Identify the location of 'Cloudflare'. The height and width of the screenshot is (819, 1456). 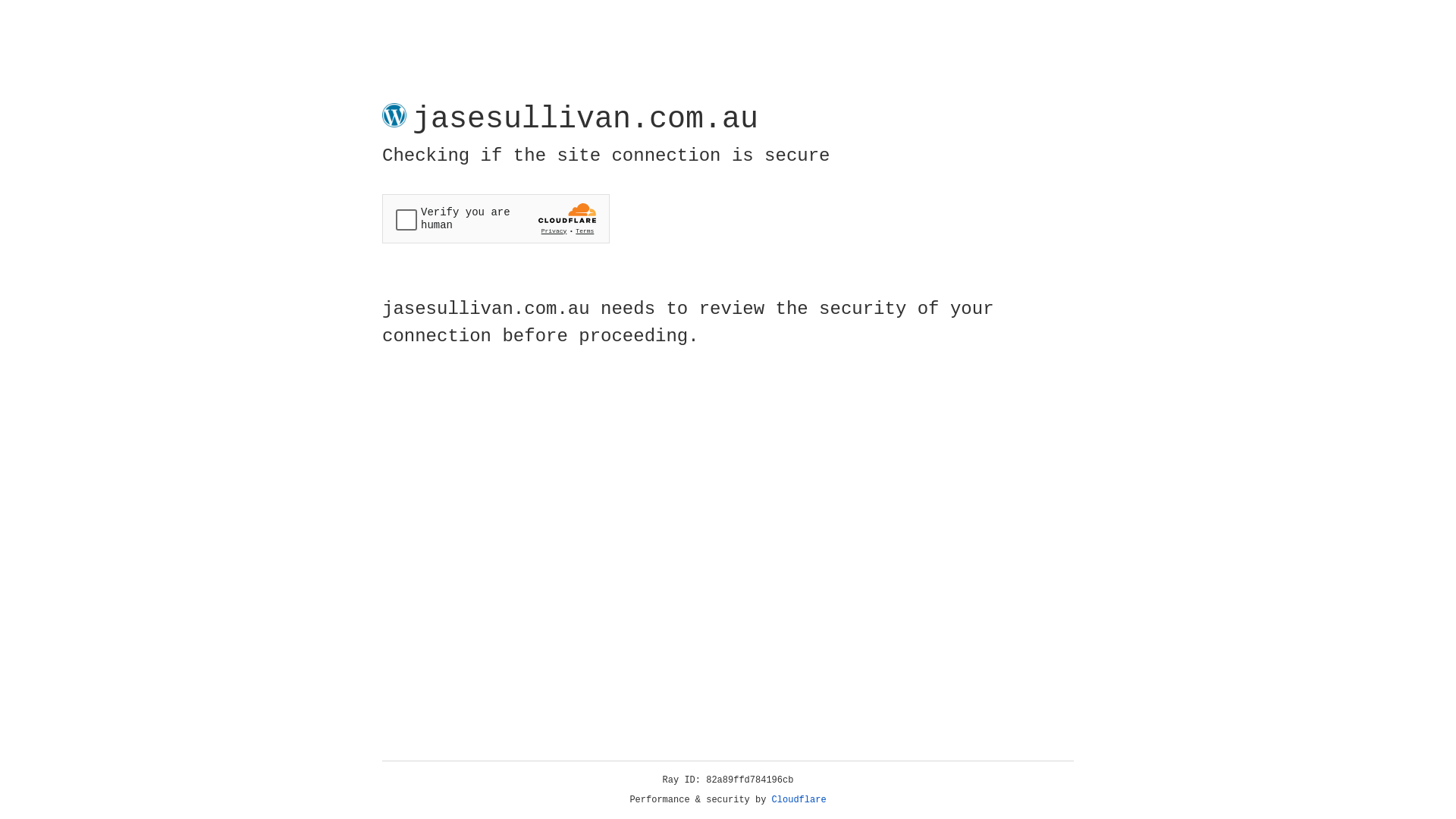
(799, 799).